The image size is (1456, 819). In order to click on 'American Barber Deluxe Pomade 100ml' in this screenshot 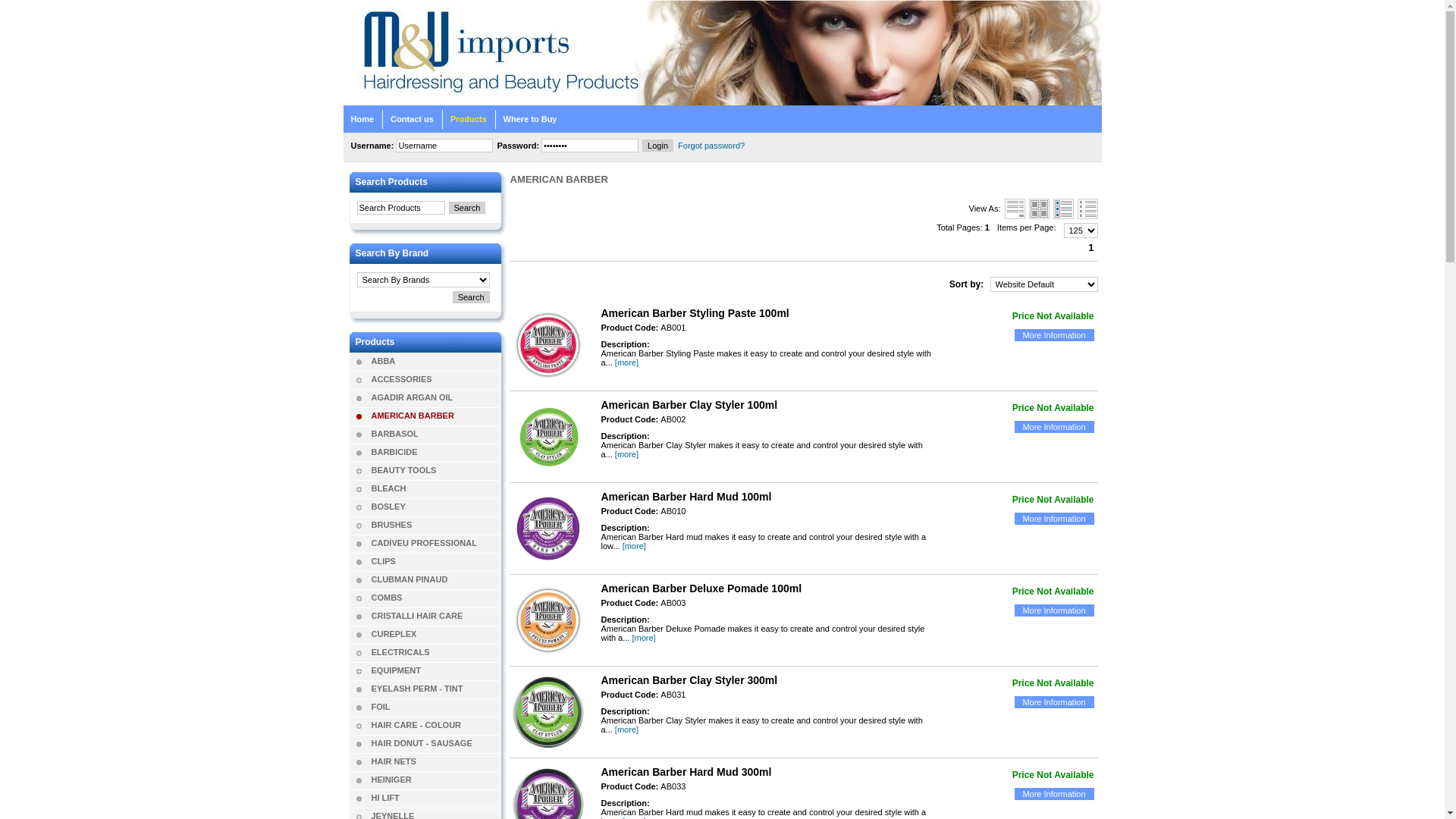, I will do `click(700, 587)`.